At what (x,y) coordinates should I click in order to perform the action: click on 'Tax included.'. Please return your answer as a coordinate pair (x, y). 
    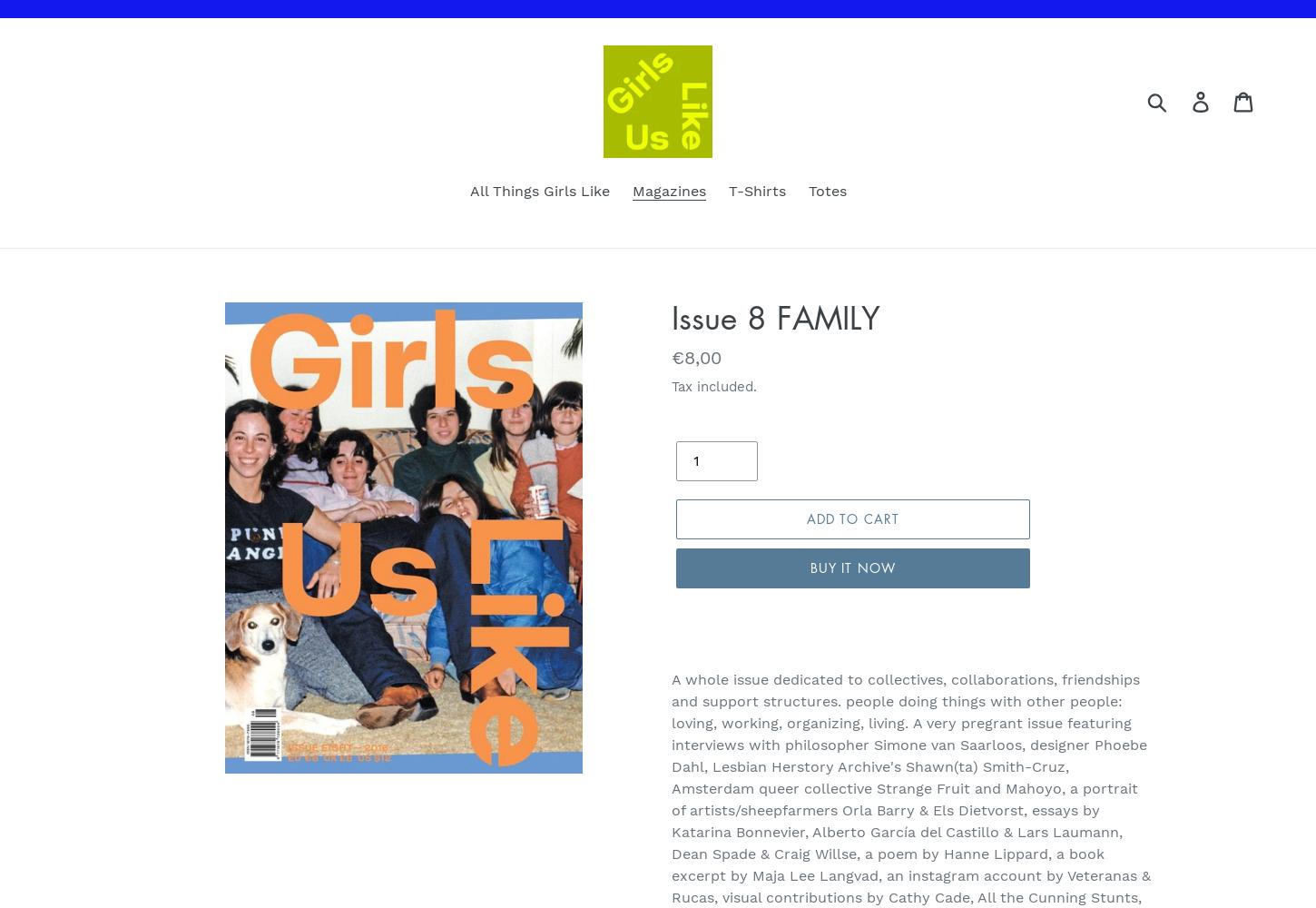
    Looking at the image, I should click on (671, 387).